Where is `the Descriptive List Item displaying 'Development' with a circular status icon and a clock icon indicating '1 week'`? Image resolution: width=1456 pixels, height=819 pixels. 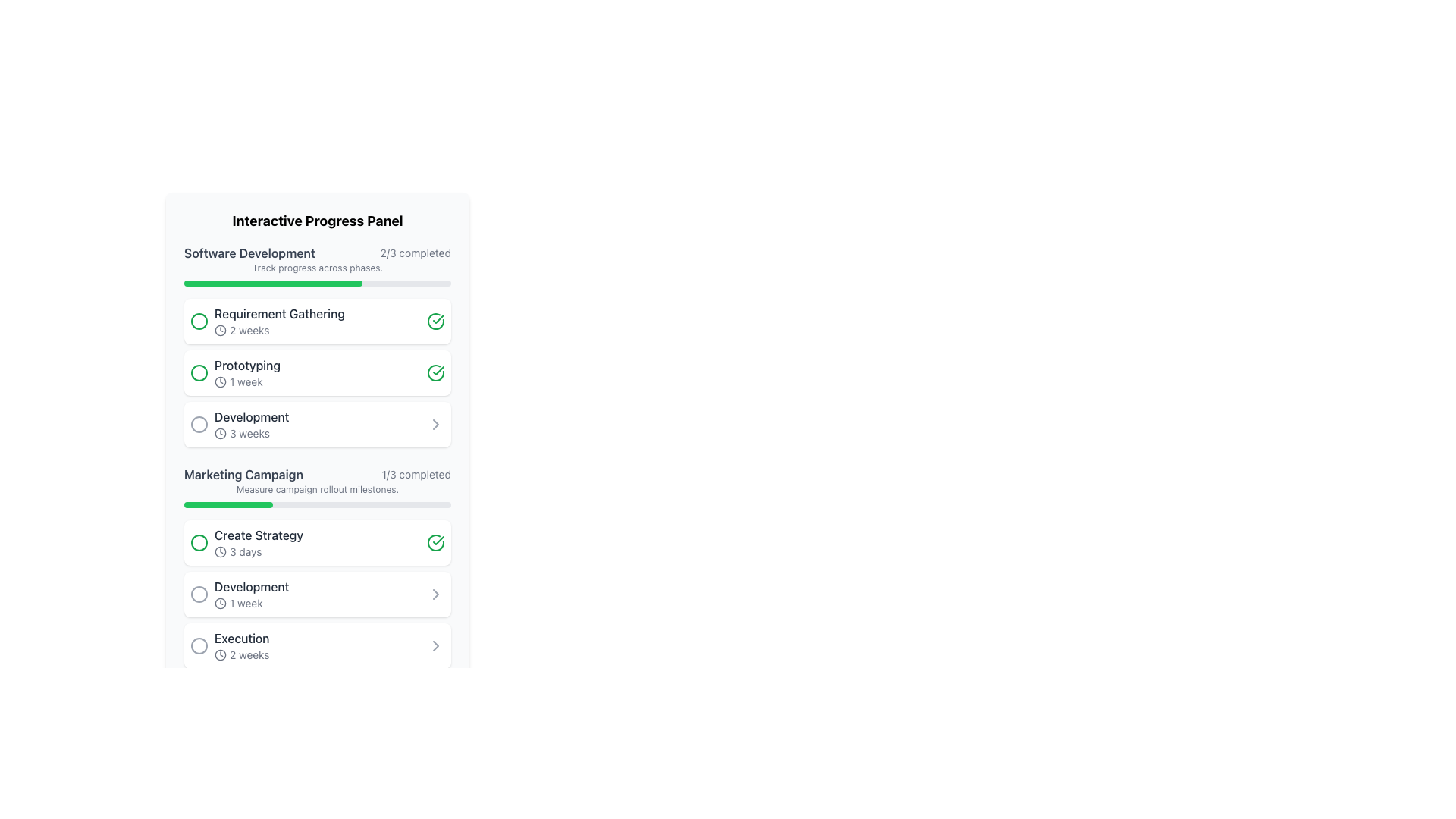 the Descriptive List Item displaying 'Development' with a circular status icon and a clock icon indicating '1 week' is located at coordinates (239, 593).